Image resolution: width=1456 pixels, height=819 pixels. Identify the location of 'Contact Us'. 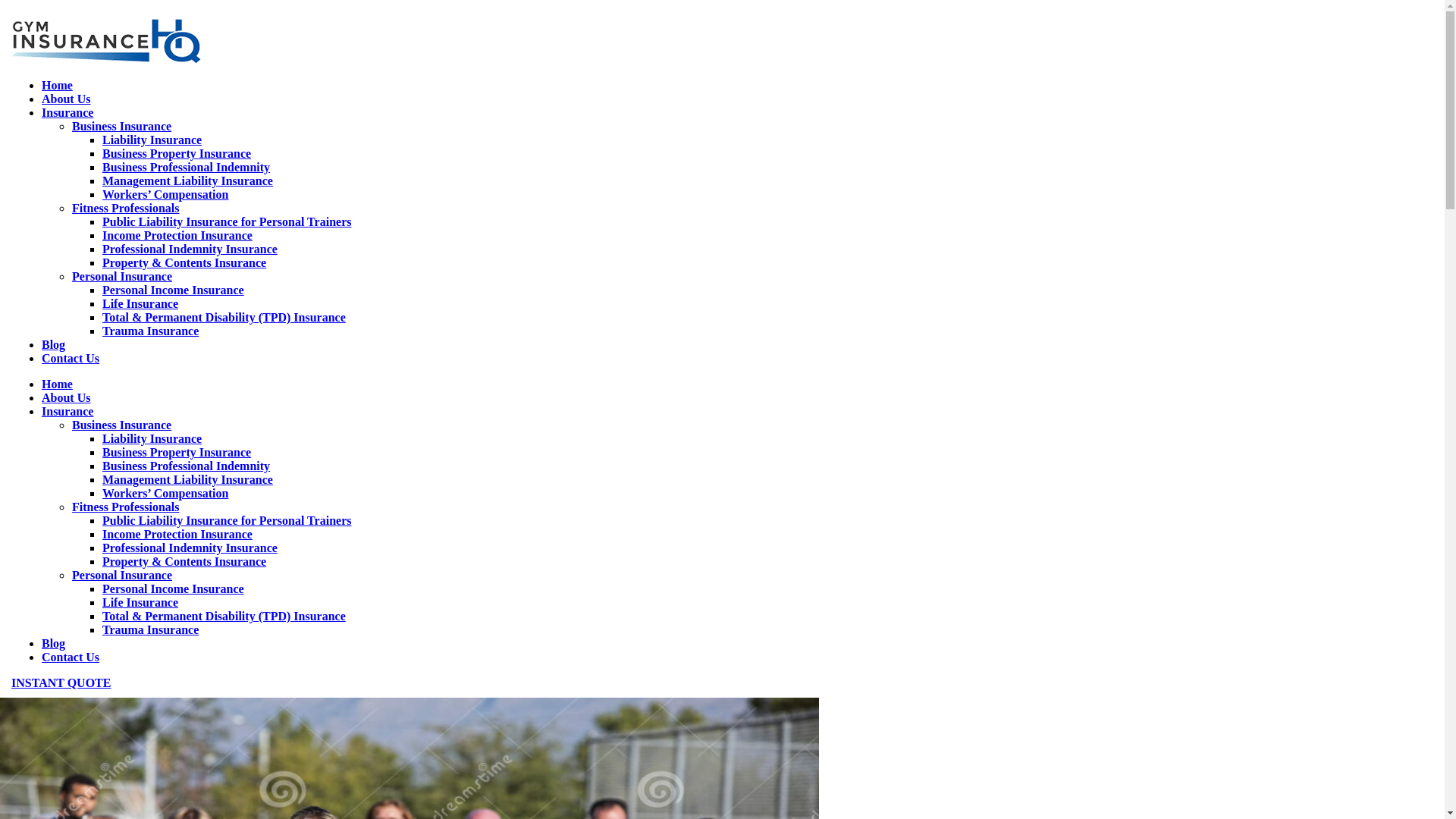
(41, 358).